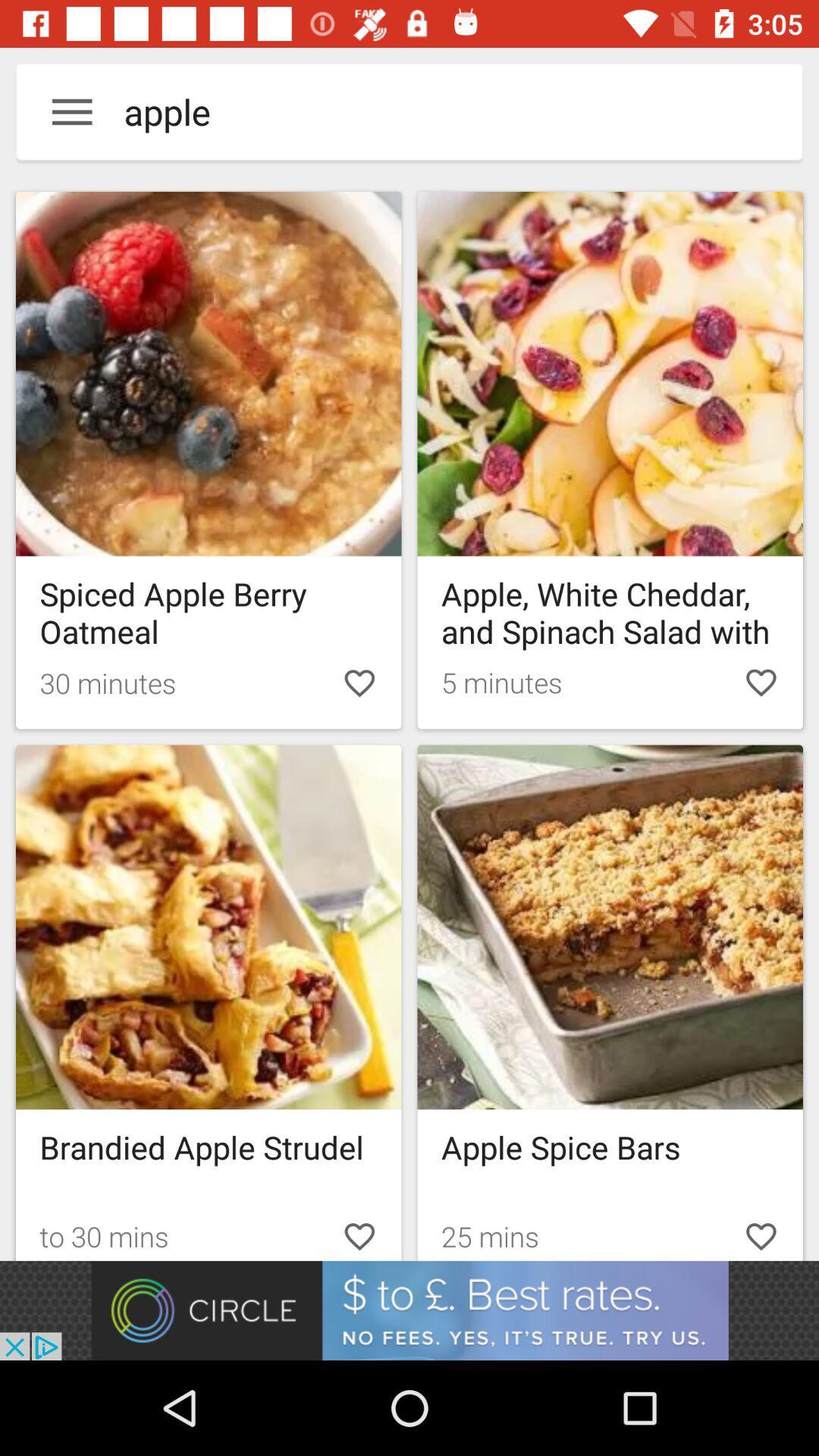  Describe the element at coordinates (761, 1234) in the screenshot. I see `fourth heart symbol from top and next to grey colour text 25 mins` at that location.